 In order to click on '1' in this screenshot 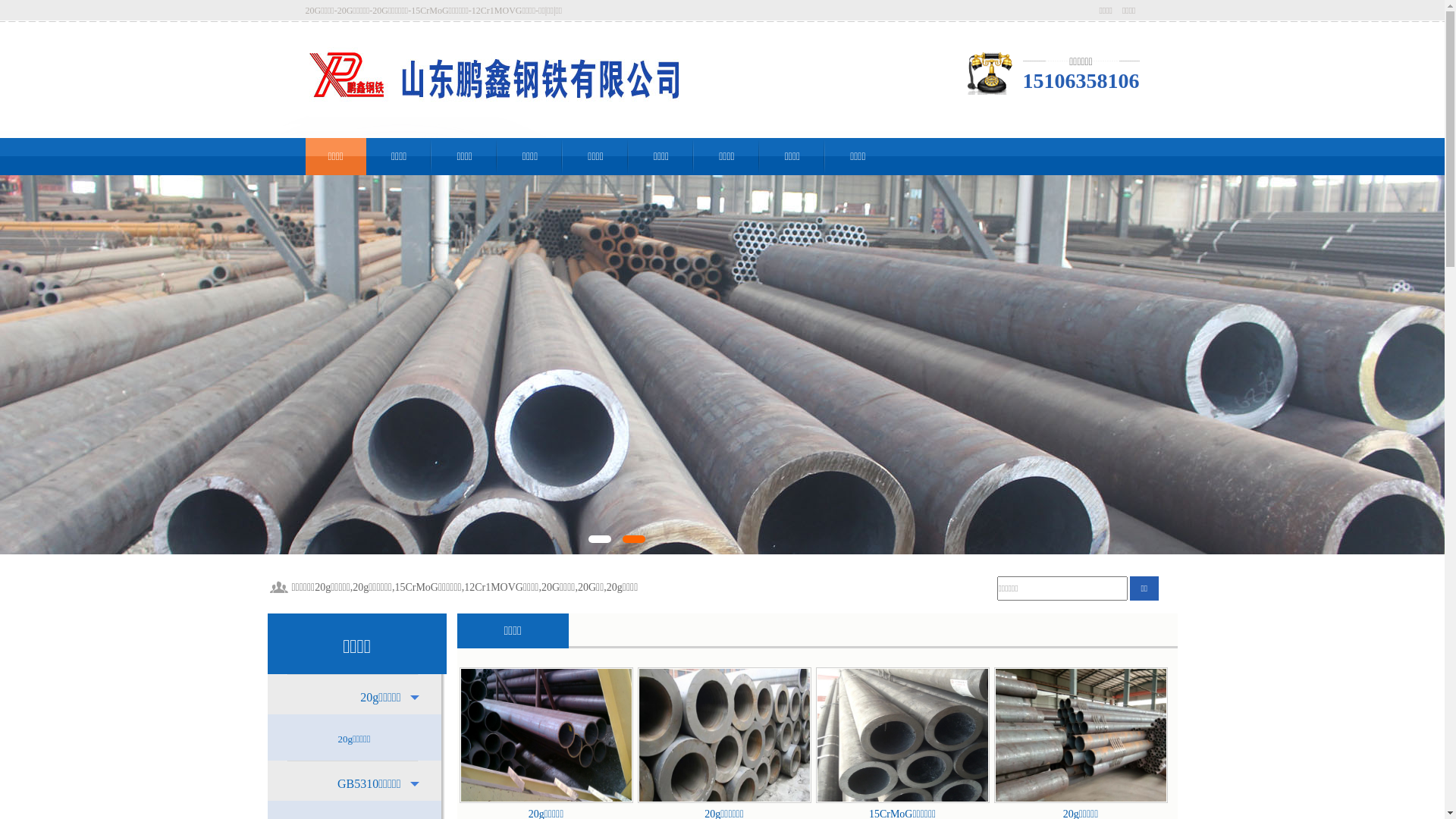, I will do `click(588, 538)`.